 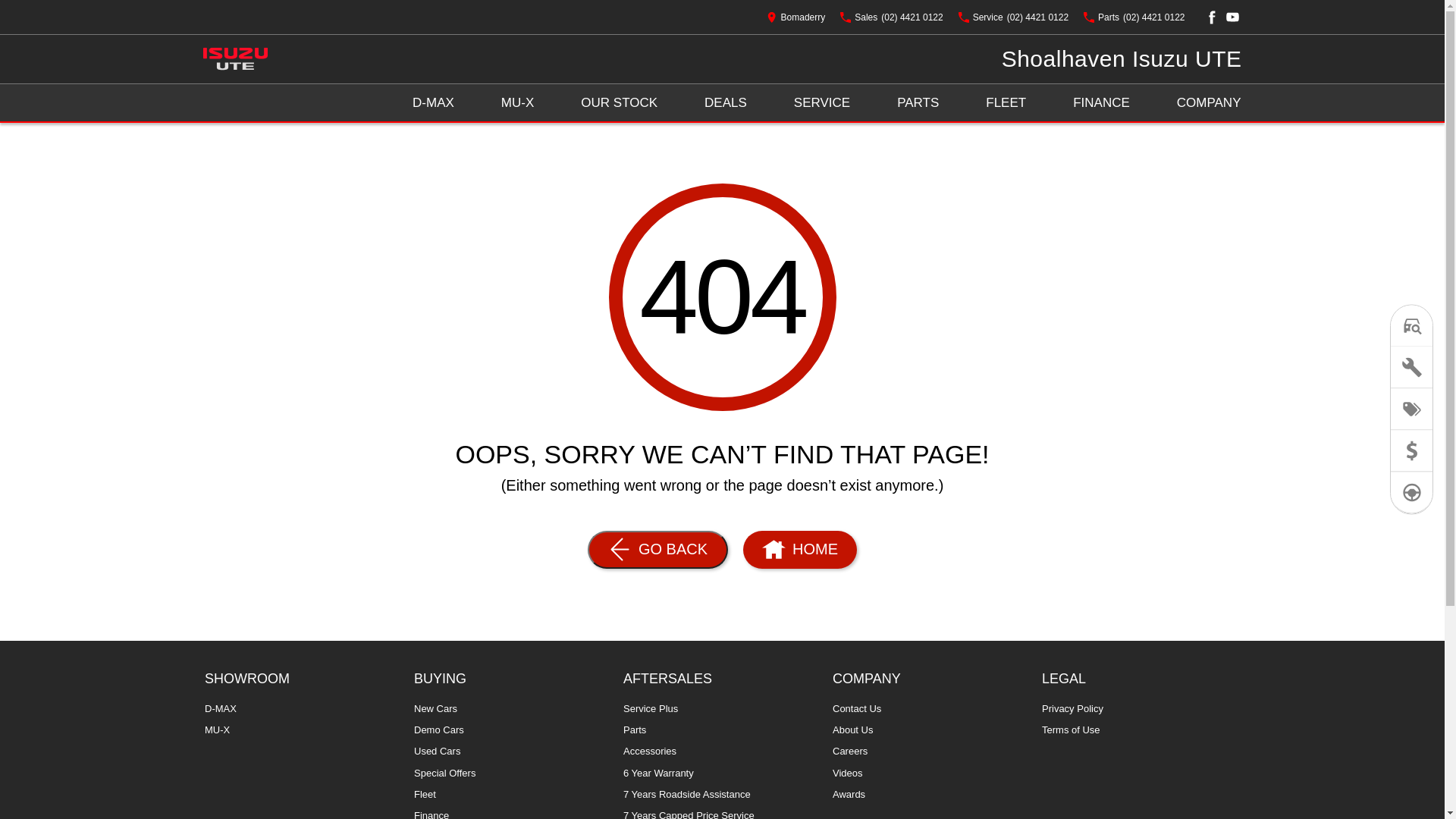 I want to click on 'Special Offers', so click(x=444, y=777).